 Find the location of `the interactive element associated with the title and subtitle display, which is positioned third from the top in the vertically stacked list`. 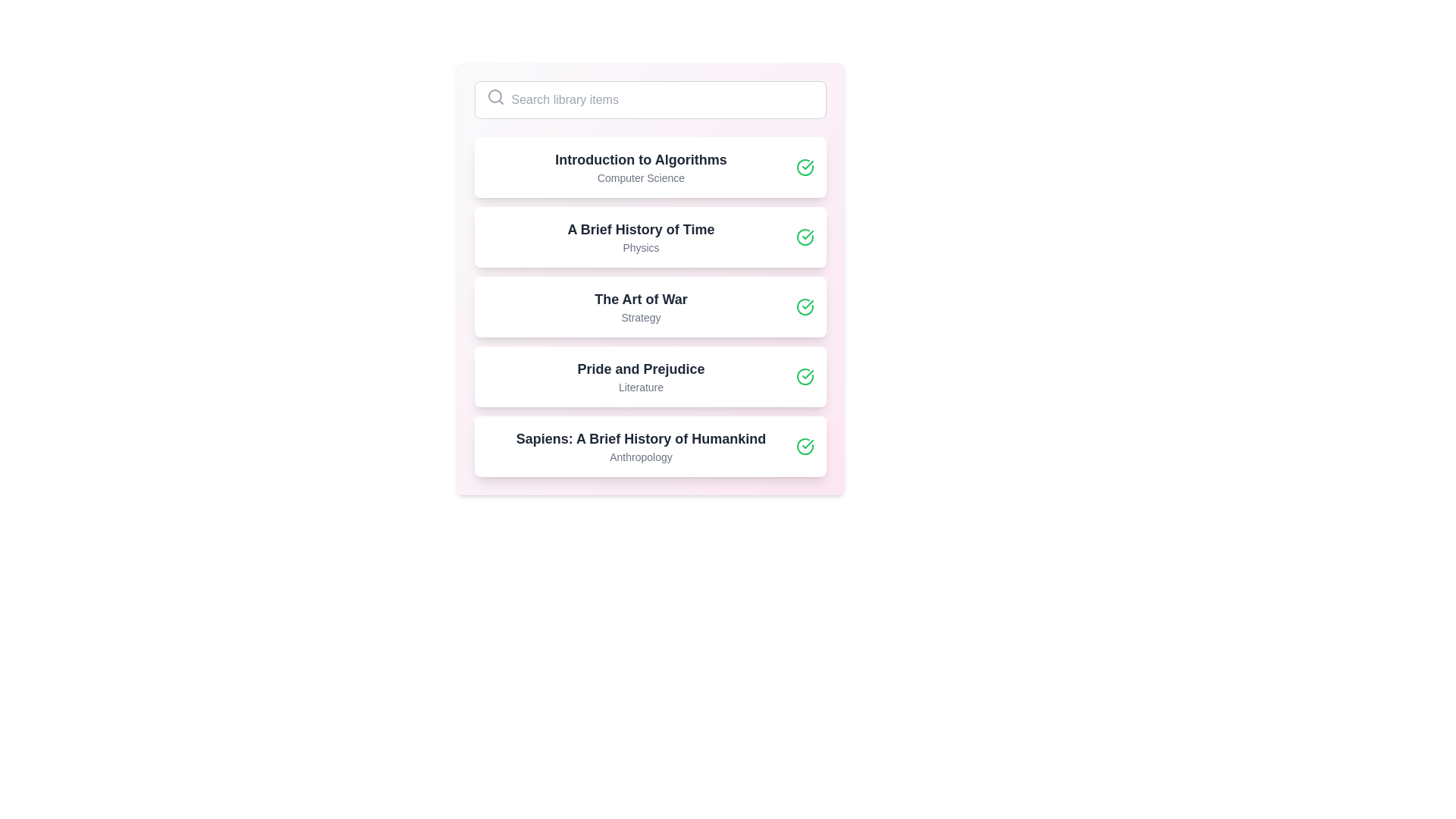

the interactive element associated with the title and subtitle display, which is positioned third from the top in the vertically stacked list is located at coordinates (641, 307).